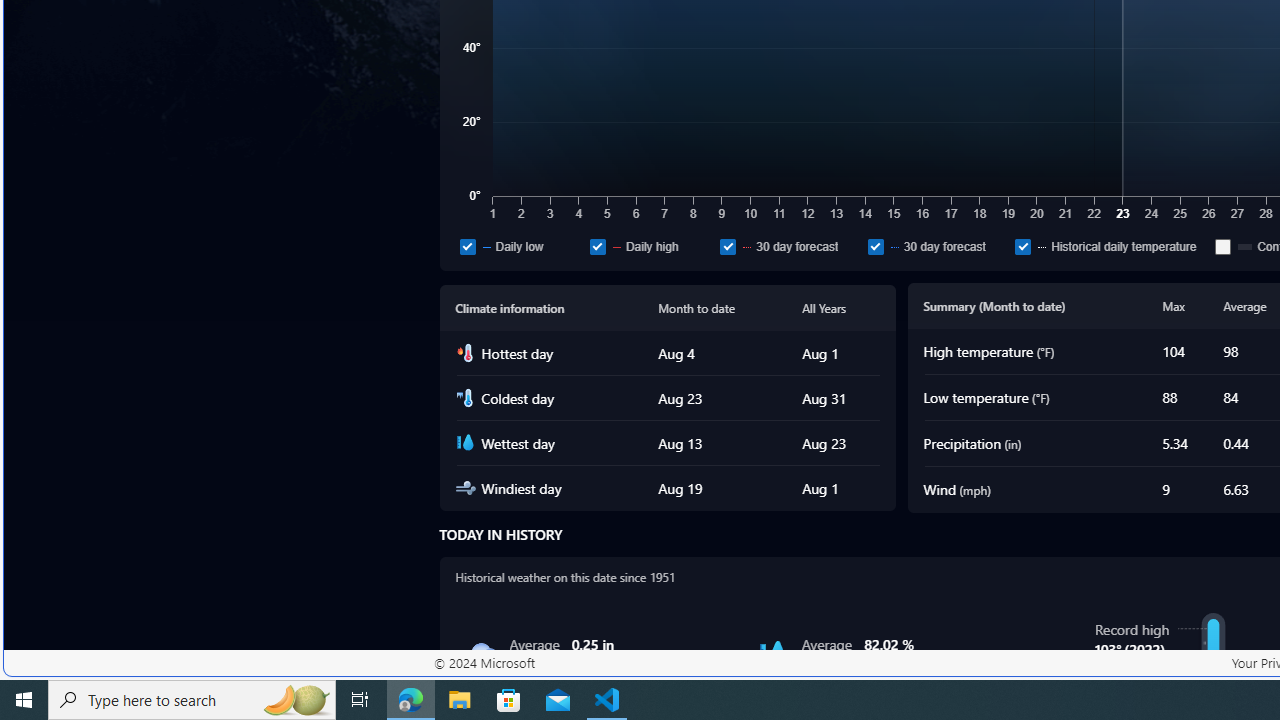 Image resolution: width=1280 pixels, height=720 pixels. What do you see at coordinates (520, 245) in the screenshot?
I see `'Daily low'` at bounding box center [520, 245].